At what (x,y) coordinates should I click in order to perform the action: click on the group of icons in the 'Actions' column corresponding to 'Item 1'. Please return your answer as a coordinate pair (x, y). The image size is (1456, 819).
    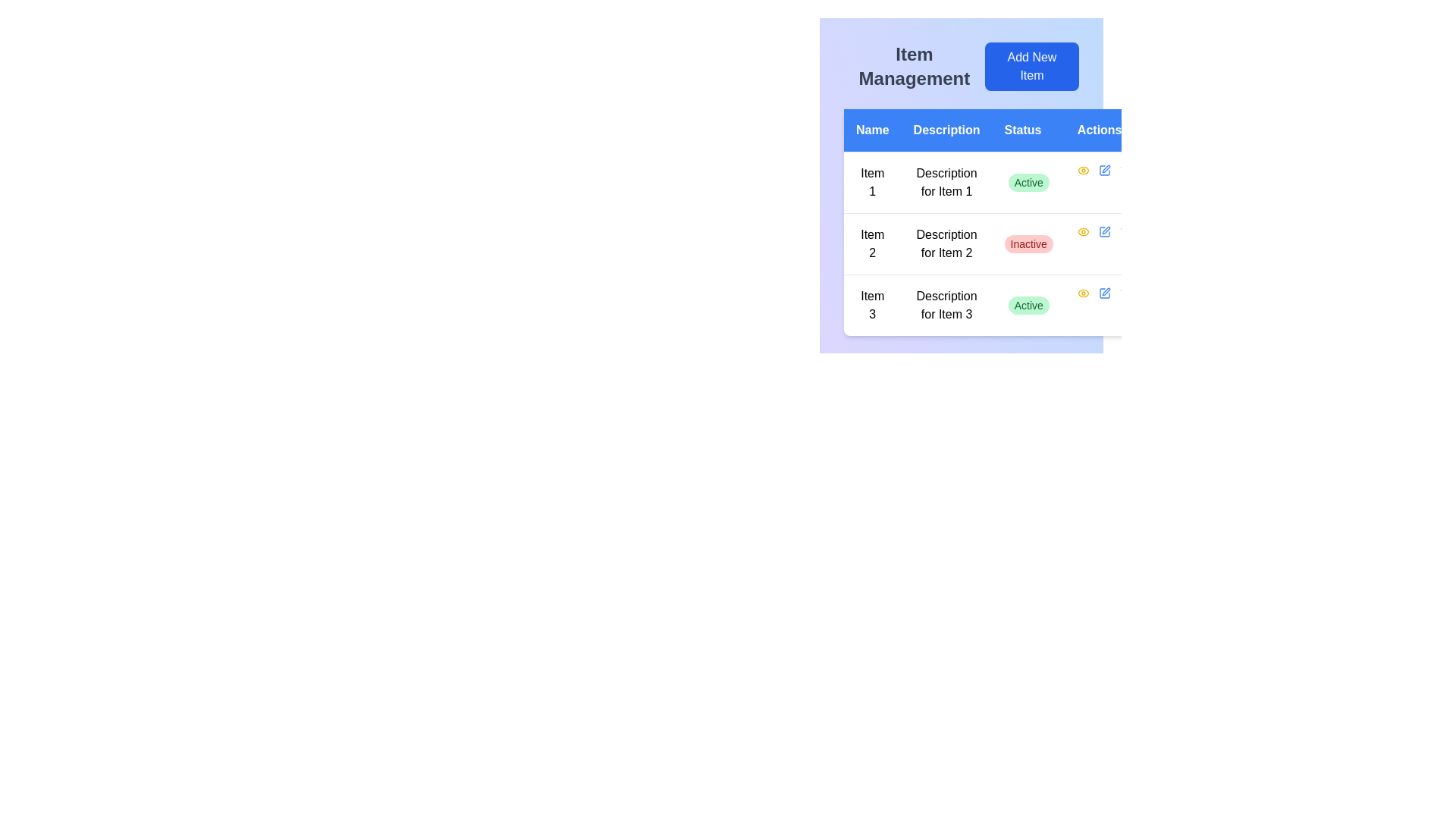
    Looking at the image, I should click on (1104, 170).